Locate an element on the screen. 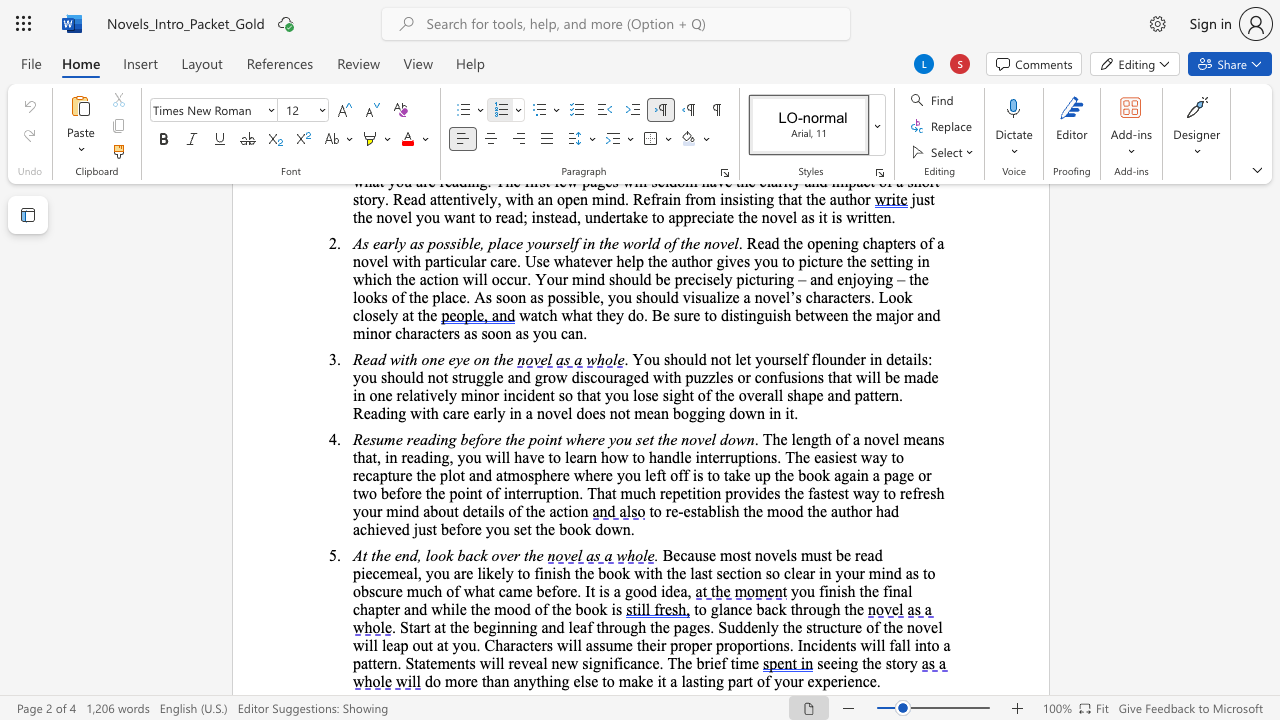 This screenshot has width=1280, height=720. the 1th character "a" in the text is located at coordinates (468, 555).